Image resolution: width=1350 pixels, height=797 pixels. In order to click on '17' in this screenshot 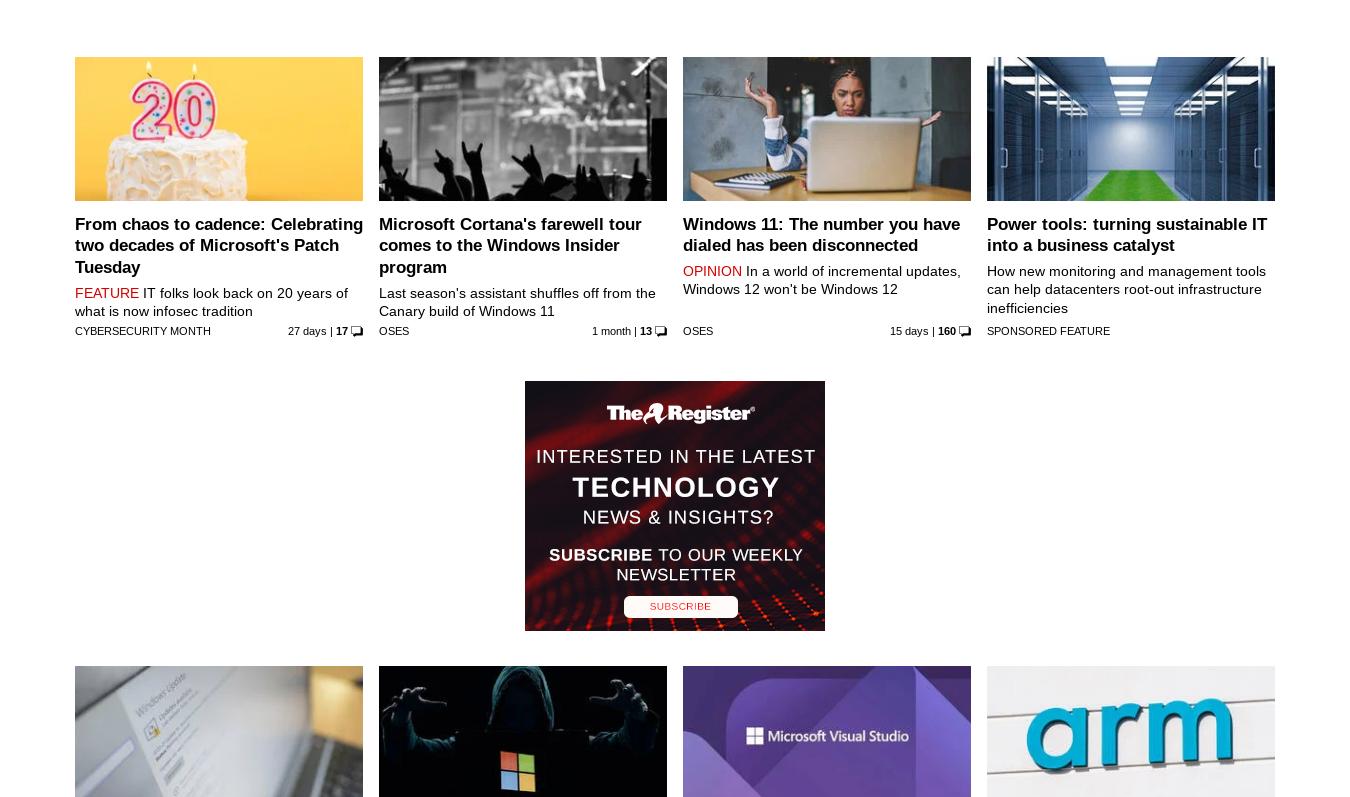, I will do `click(333, 329)`.